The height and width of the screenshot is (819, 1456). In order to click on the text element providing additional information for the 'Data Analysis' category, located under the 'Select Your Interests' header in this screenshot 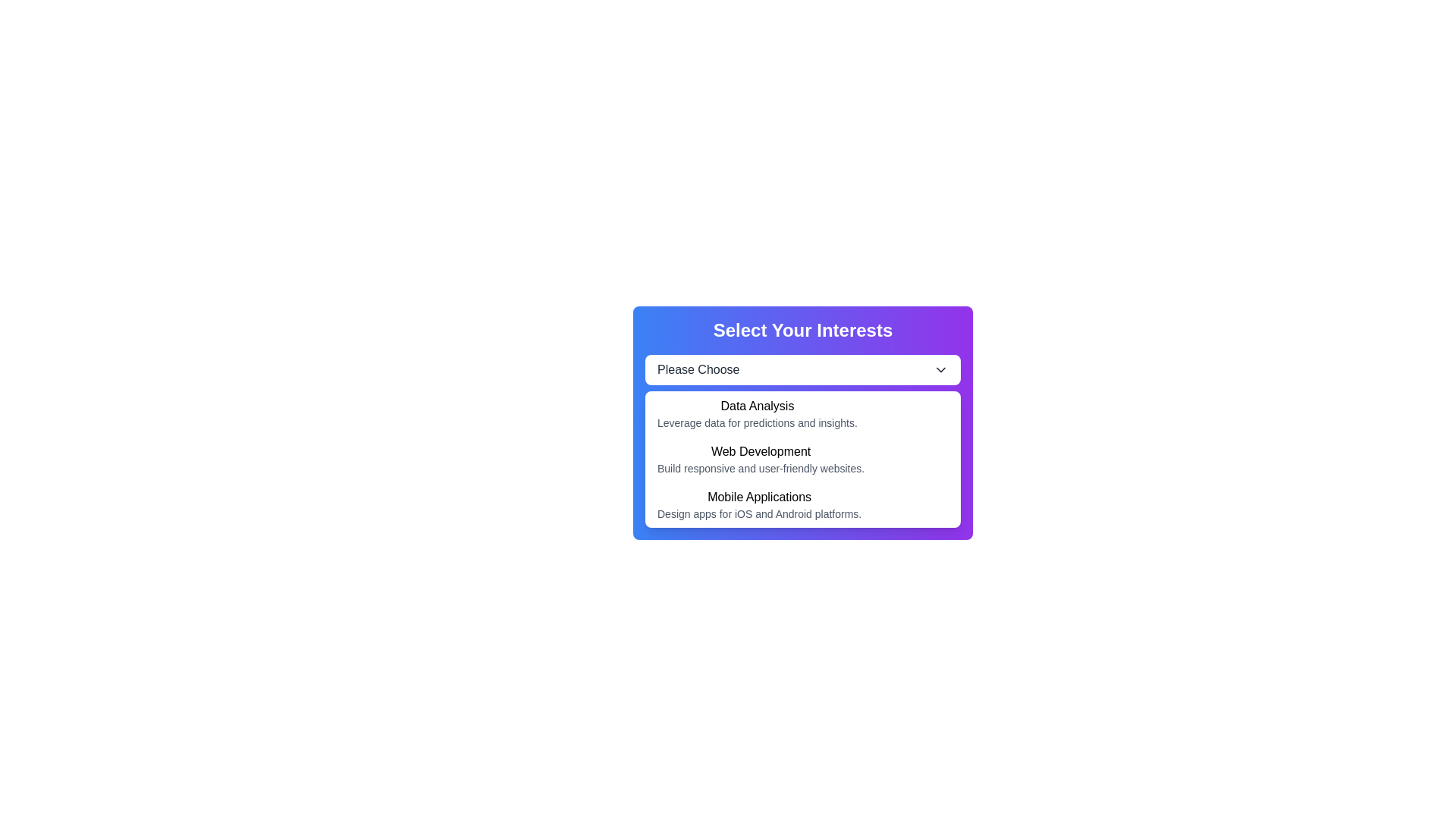, I will do `click(757, 423)`.